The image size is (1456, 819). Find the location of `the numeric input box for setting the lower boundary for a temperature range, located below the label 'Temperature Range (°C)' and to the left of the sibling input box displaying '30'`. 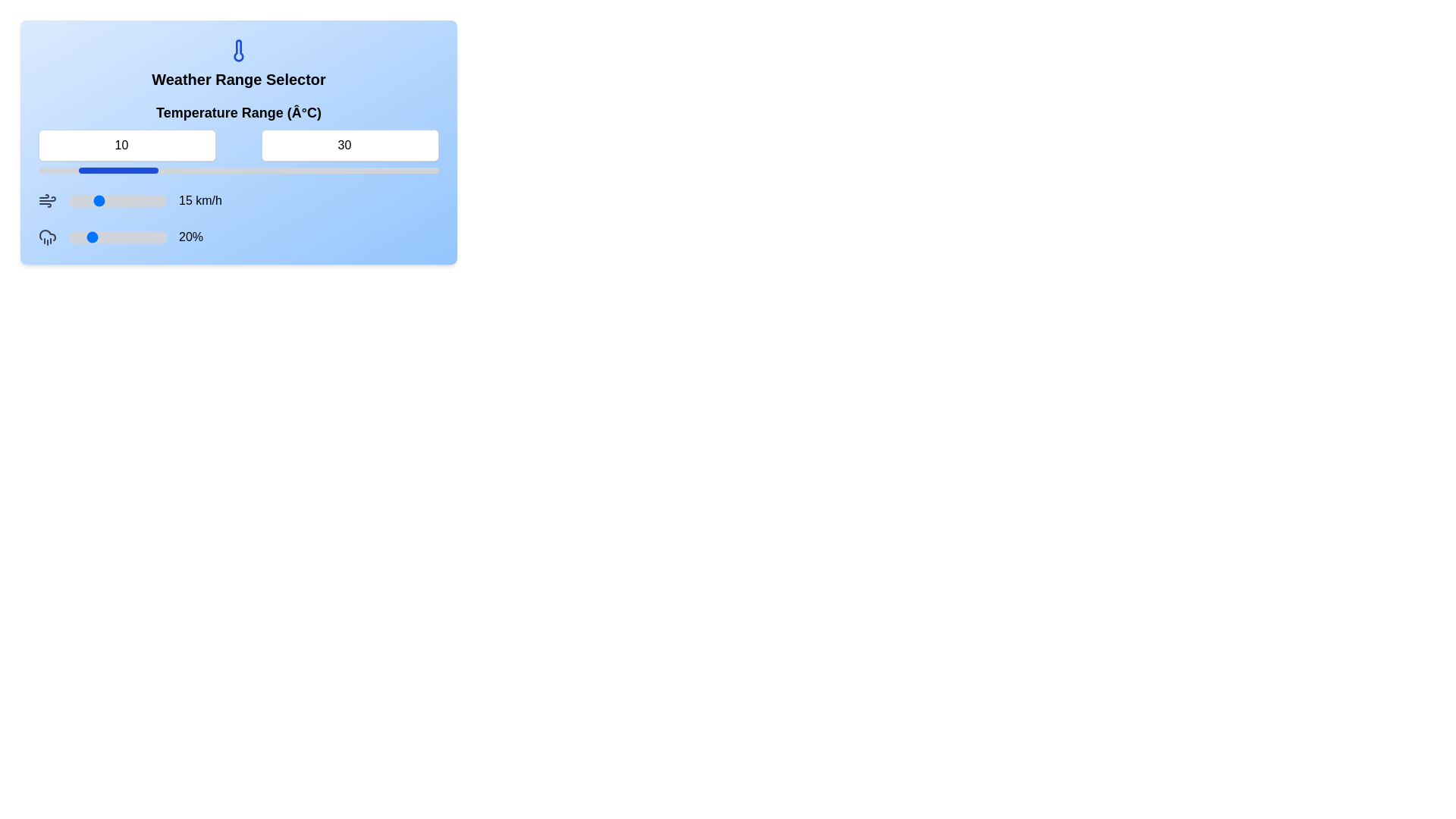

the numeric input box for setting the lower boundary for a temperature range, located below the label 'Temperature Range (°C)' and to the left of the sibling input box displaying '30' is located at coordinates (127, 146).